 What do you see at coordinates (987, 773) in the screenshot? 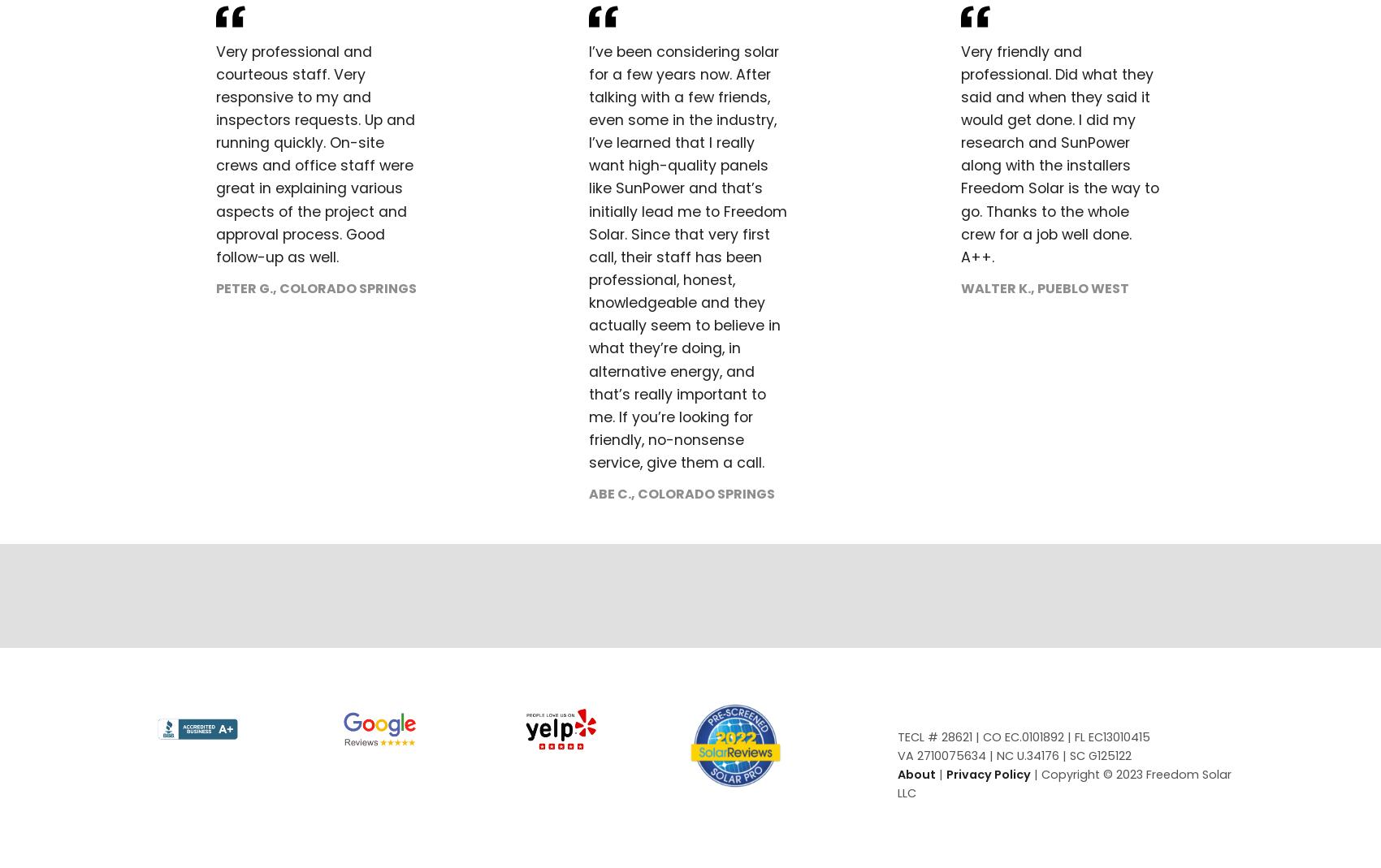
I see `'Privacy Policy'` at bounding box center [987, 773].